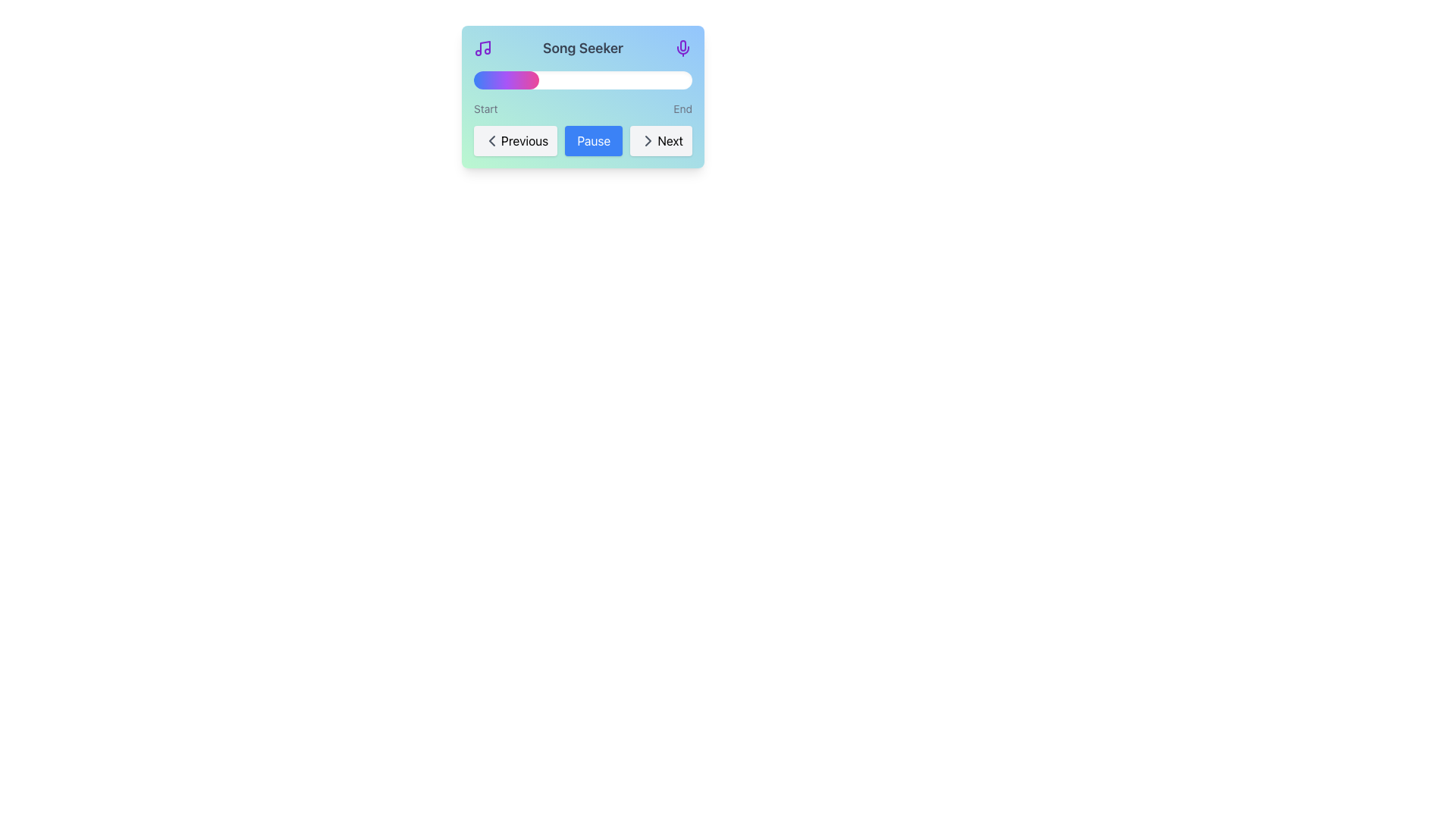  Describe the element at coordinates (682, 45) in the screenshot. I see `the microphone icon sub-component located in the upper-right corner of the card interface` at that location.